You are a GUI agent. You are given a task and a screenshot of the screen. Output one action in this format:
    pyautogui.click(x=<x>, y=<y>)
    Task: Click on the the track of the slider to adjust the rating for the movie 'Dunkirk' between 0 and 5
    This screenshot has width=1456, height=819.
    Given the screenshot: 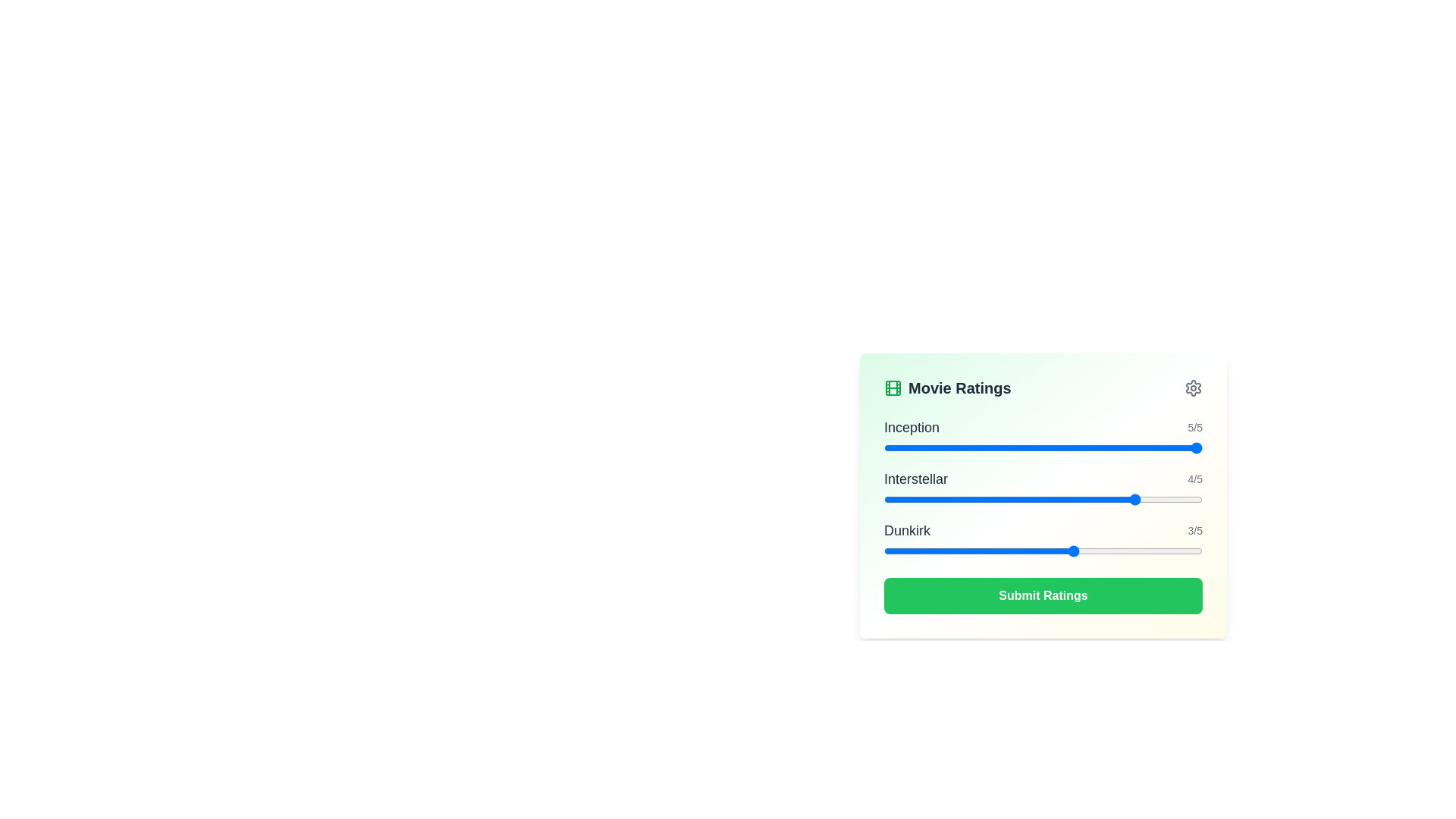 What is the action you would take?
    pyautogui.click(x=1043, y=551)
    